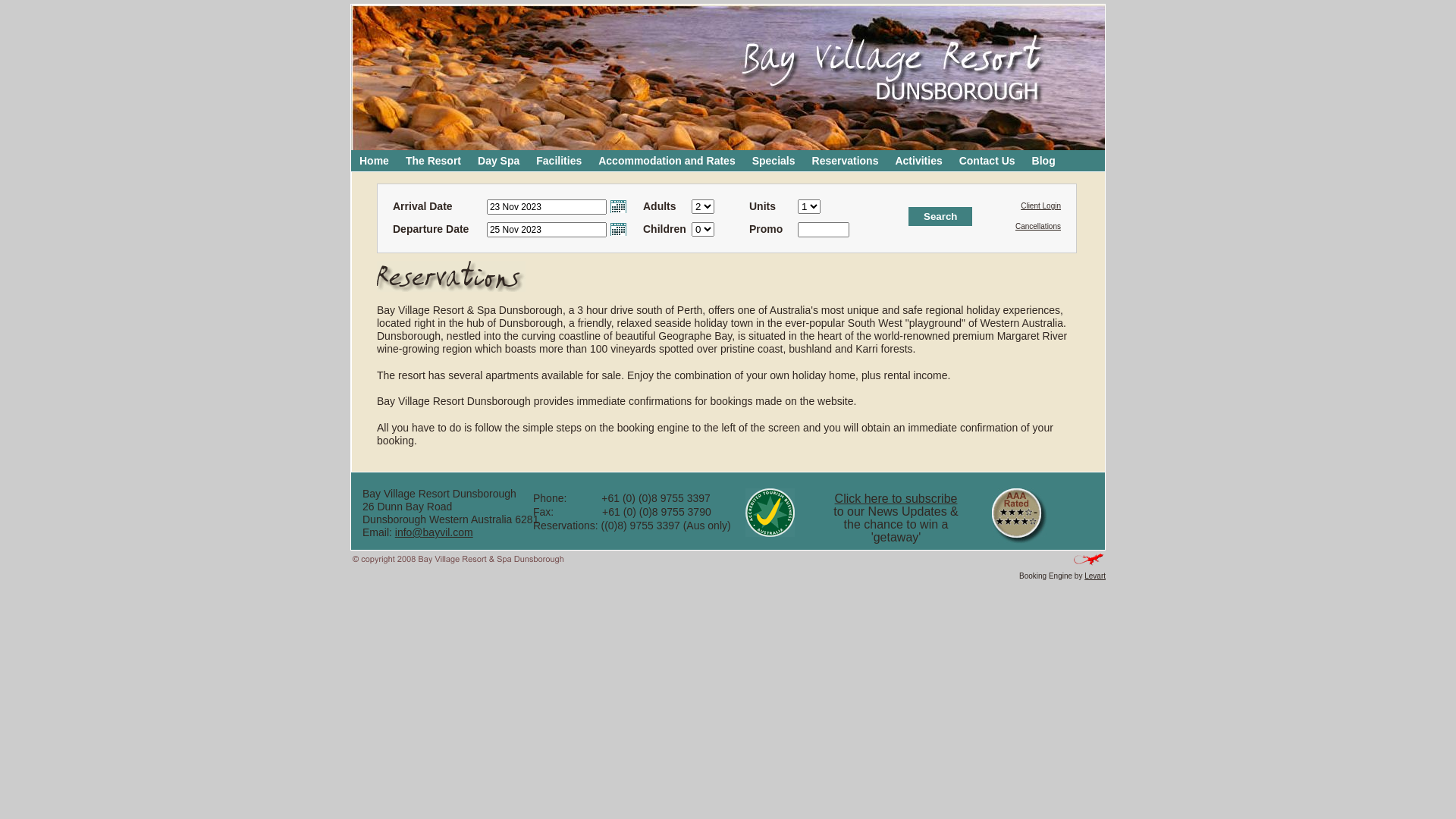 The image size is (1456, 819). Describe the element at coordinates (558, 161) in the screenshot. I see `'Facilities'` at that location.